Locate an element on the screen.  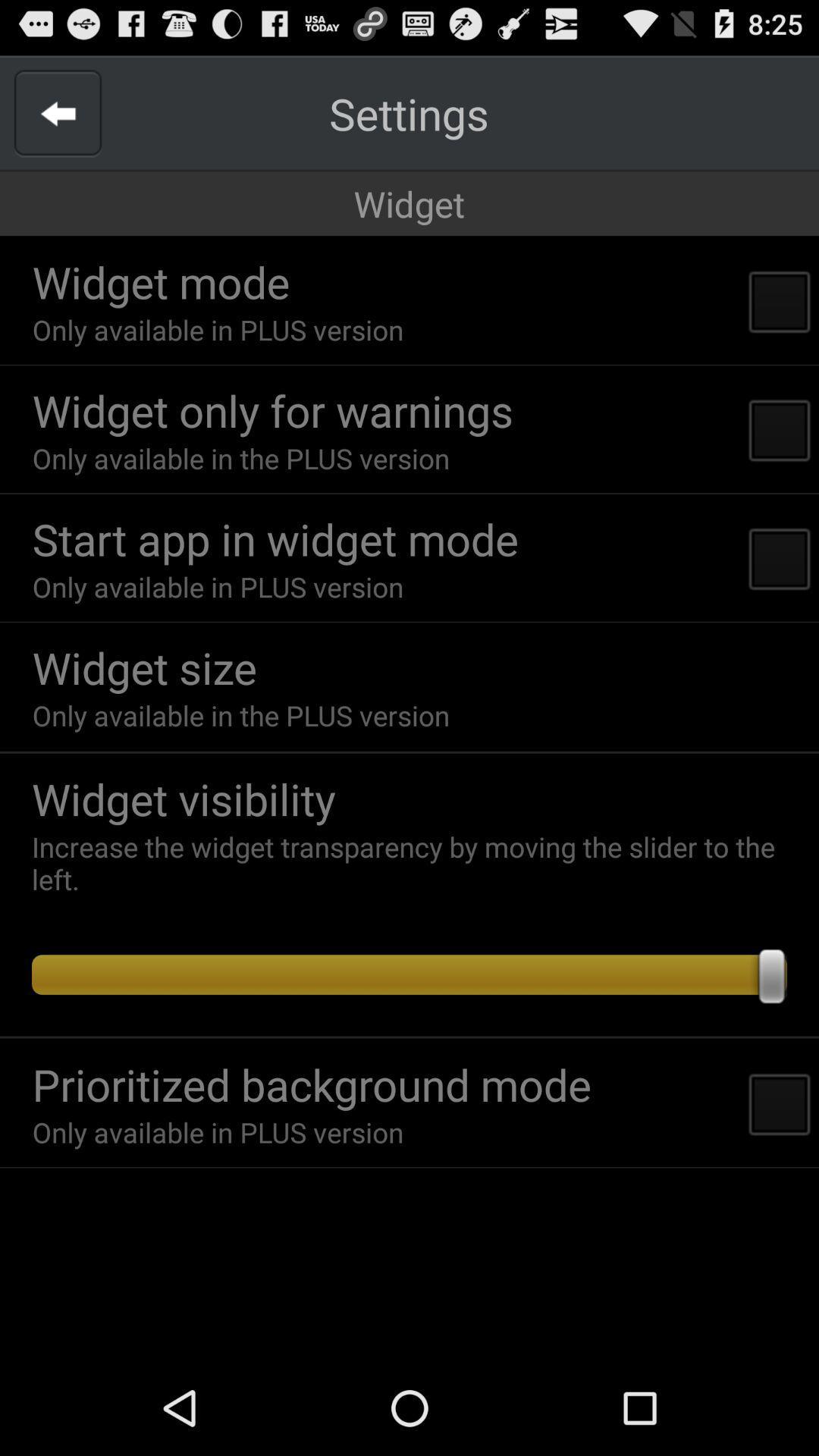
the item above widget visibility item is located at coordinates (409, 752).